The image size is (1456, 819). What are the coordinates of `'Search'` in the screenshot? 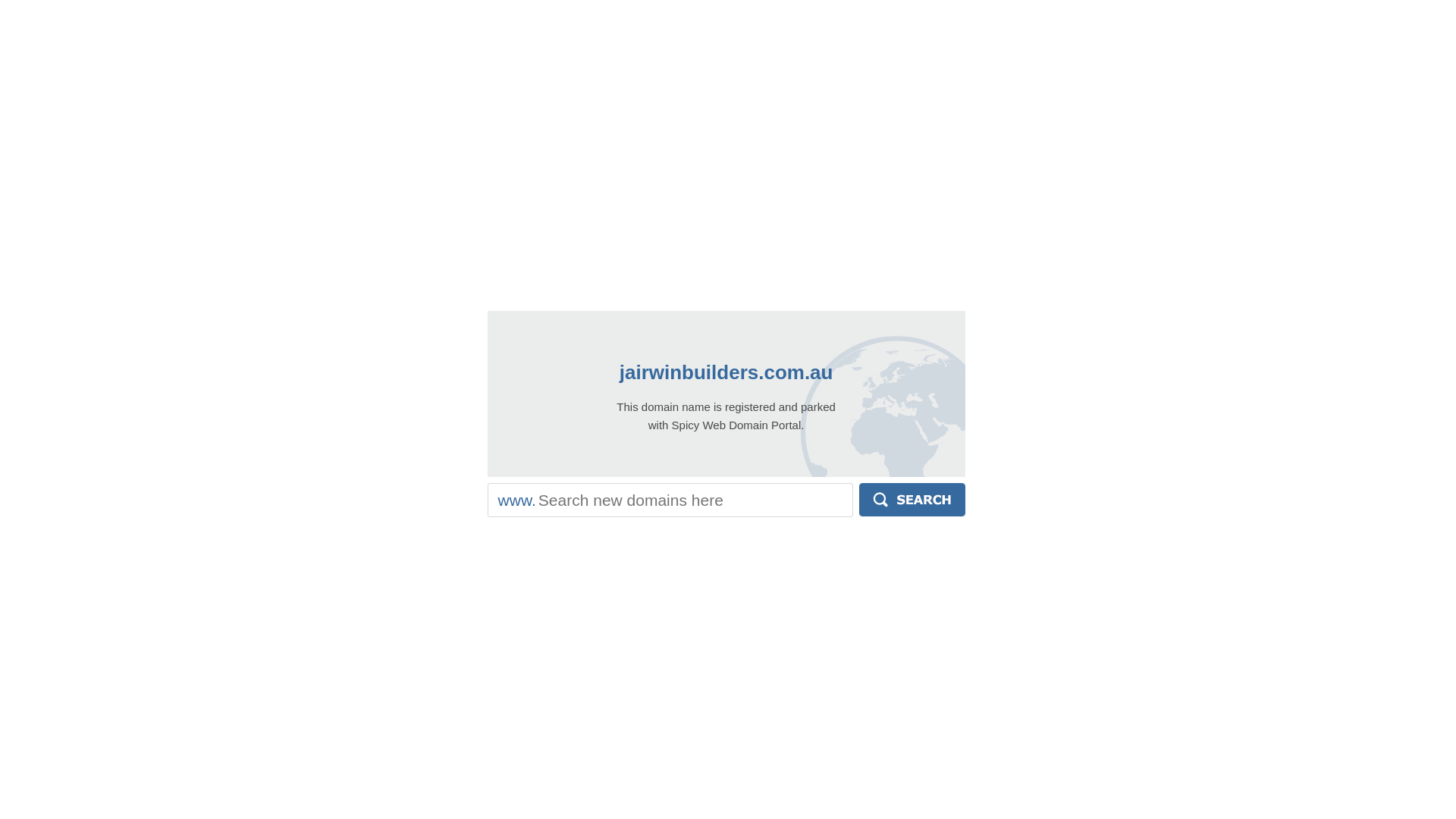 It's located at (912, 500).